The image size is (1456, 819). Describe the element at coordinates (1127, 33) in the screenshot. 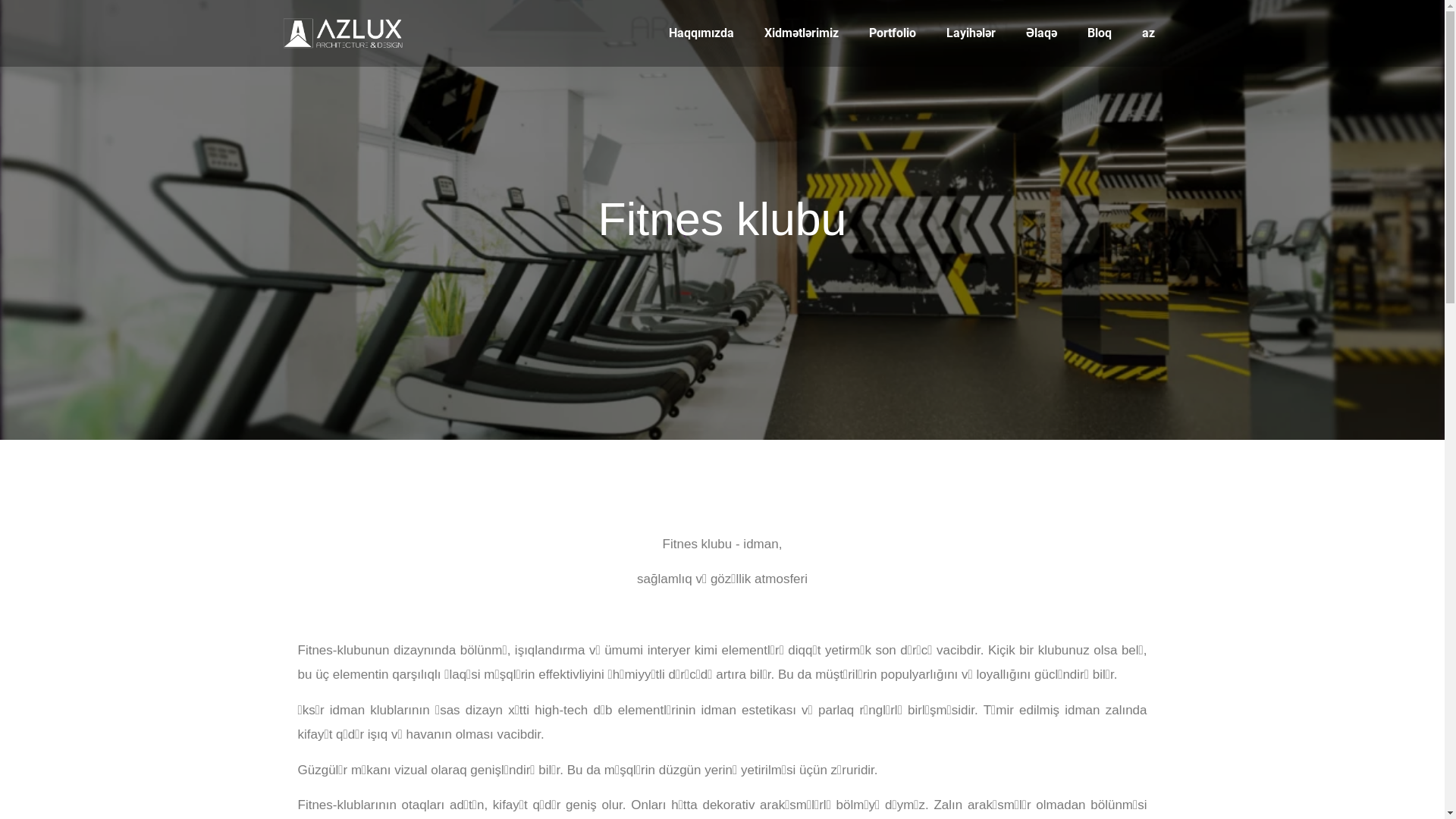

I see `'az'` at that location.